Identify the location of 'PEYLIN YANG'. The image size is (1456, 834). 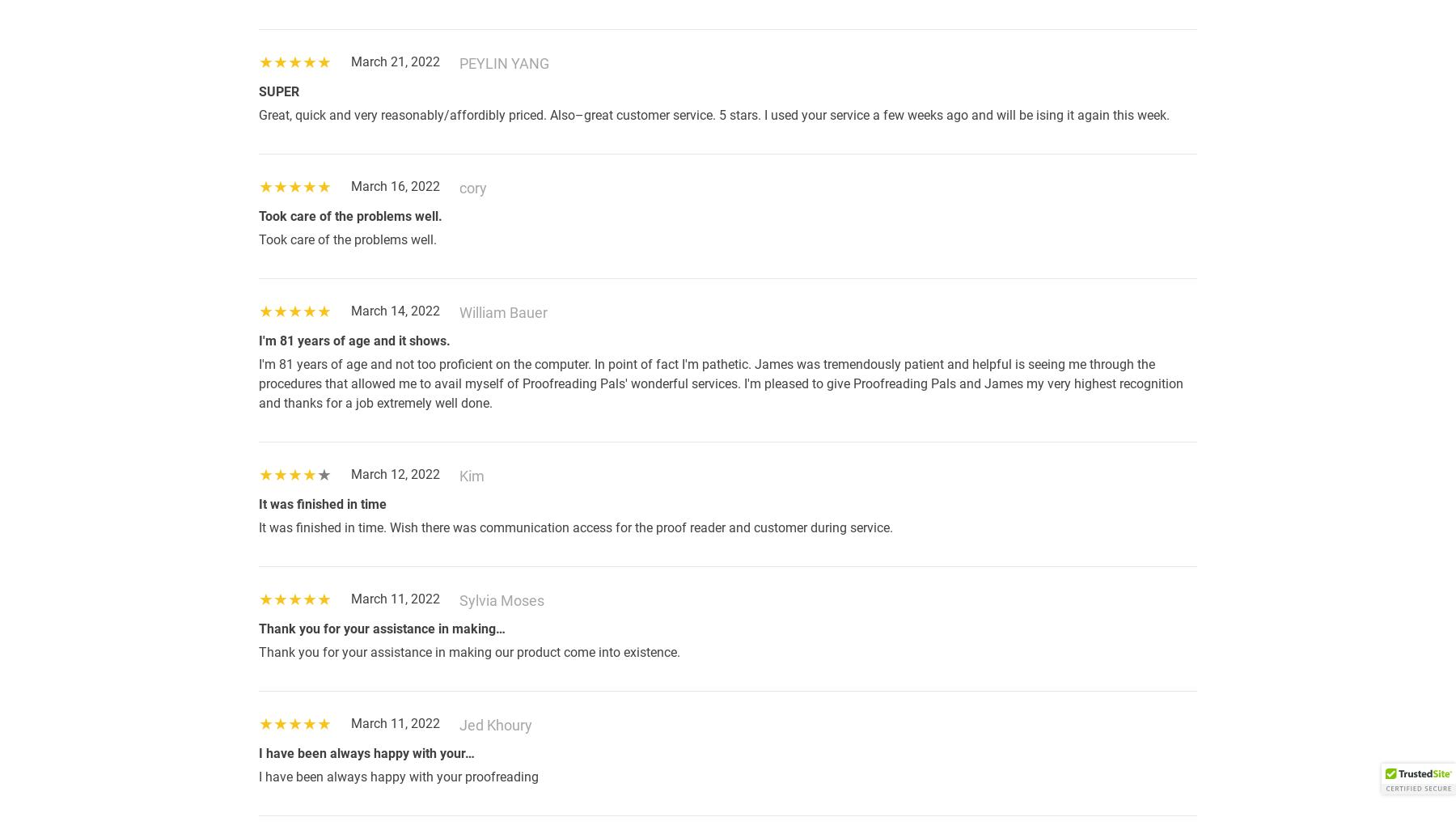
(504, 63).